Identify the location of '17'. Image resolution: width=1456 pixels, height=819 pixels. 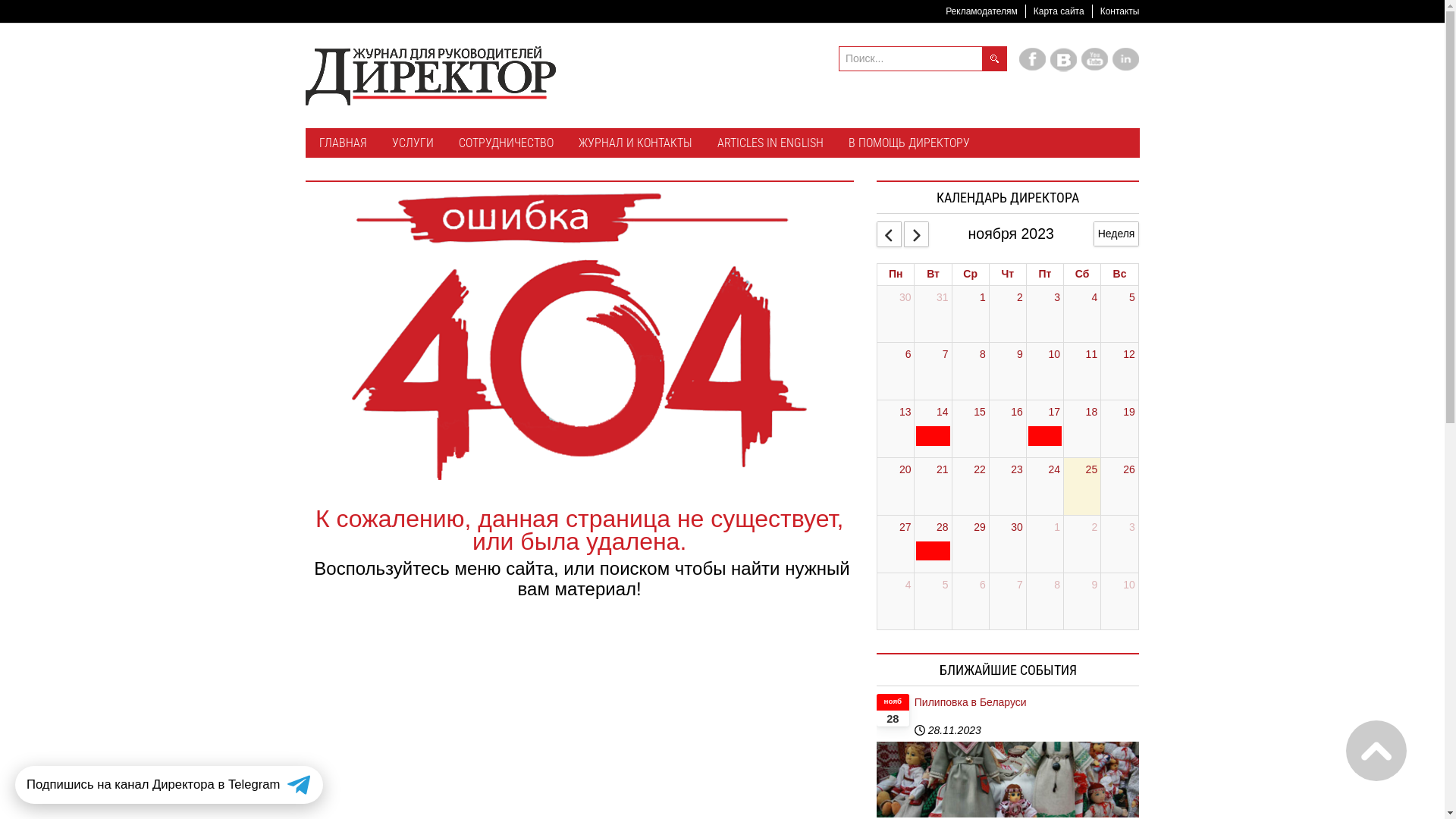
(1053, 412).